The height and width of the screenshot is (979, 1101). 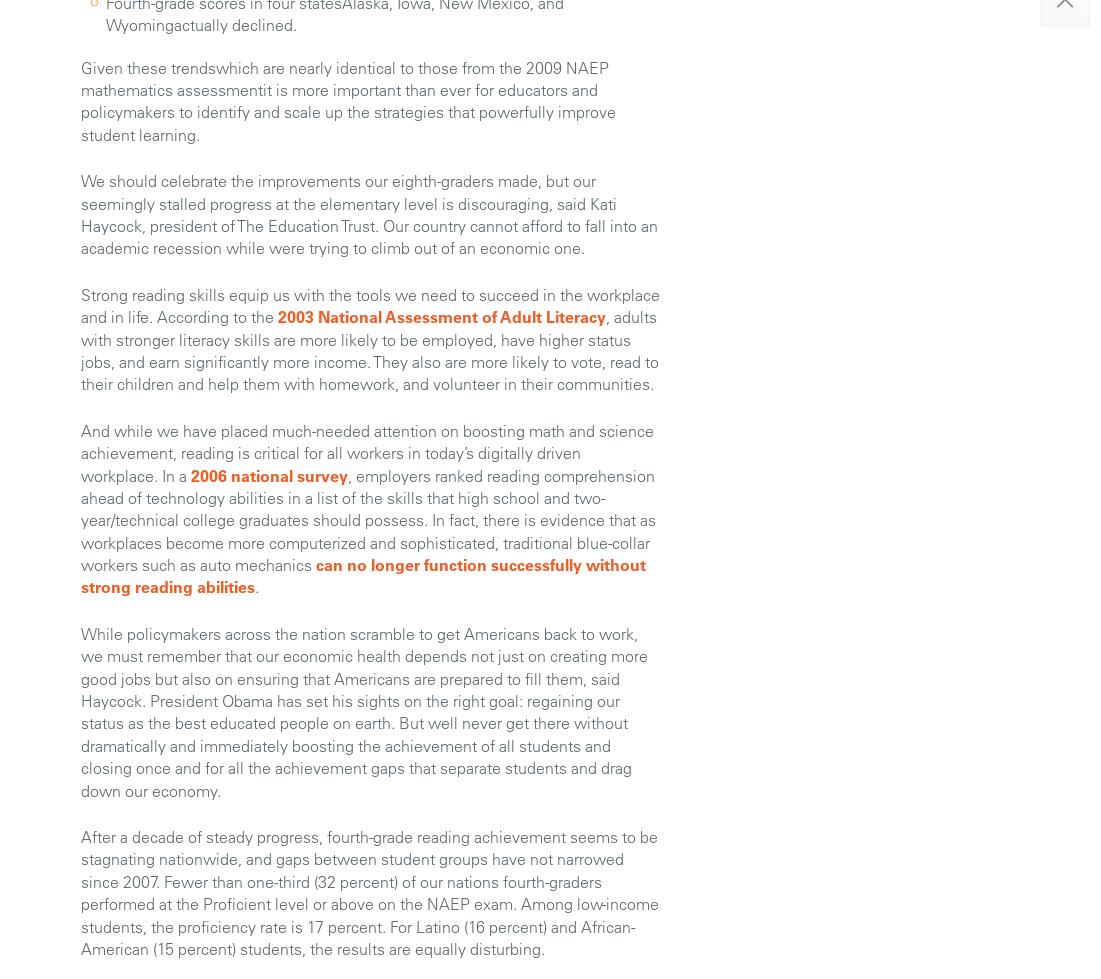 I want to click on 'After a decade of steady progress, fourth-grade reading achievement seems to be stagnating nationwide, and gaps between student groups have not narrowed since 2007. Fewer than one-third (32 percent) of our nations fourth-graders performed at the Proficient level or above on the NAEP exam. Among low-income students, the proficiency rate is 17 percent. For Latino (16 percent) and African-American (15 percent) students, the results are equally disturbing.', so click(x=369, y=890).